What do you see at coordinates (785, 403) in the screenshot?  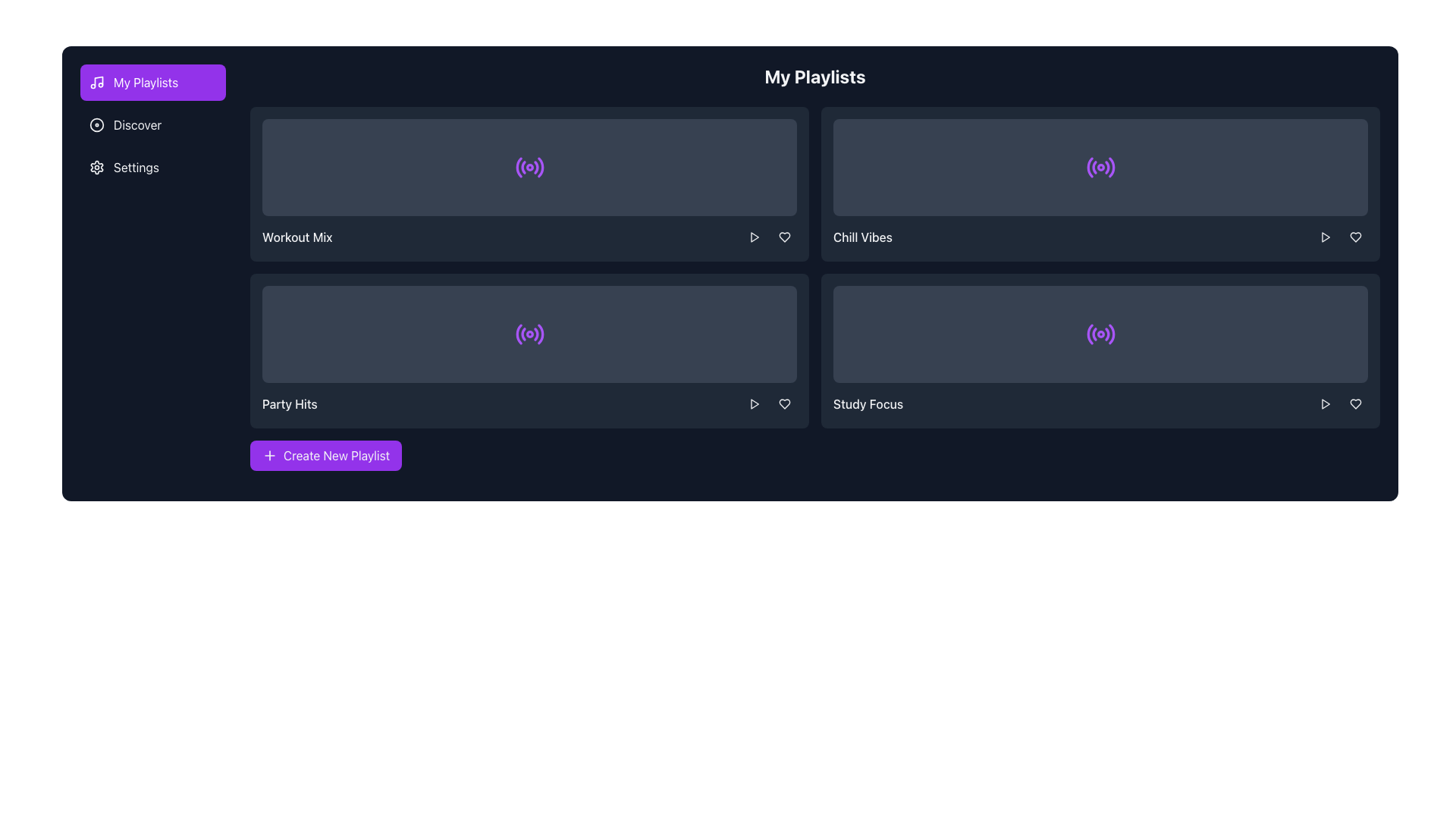 I see `the heart icon button in the bottom-right corner of the 'Study Focus' tile within the 'My Playlists' section` at bounding box center [785, 403].